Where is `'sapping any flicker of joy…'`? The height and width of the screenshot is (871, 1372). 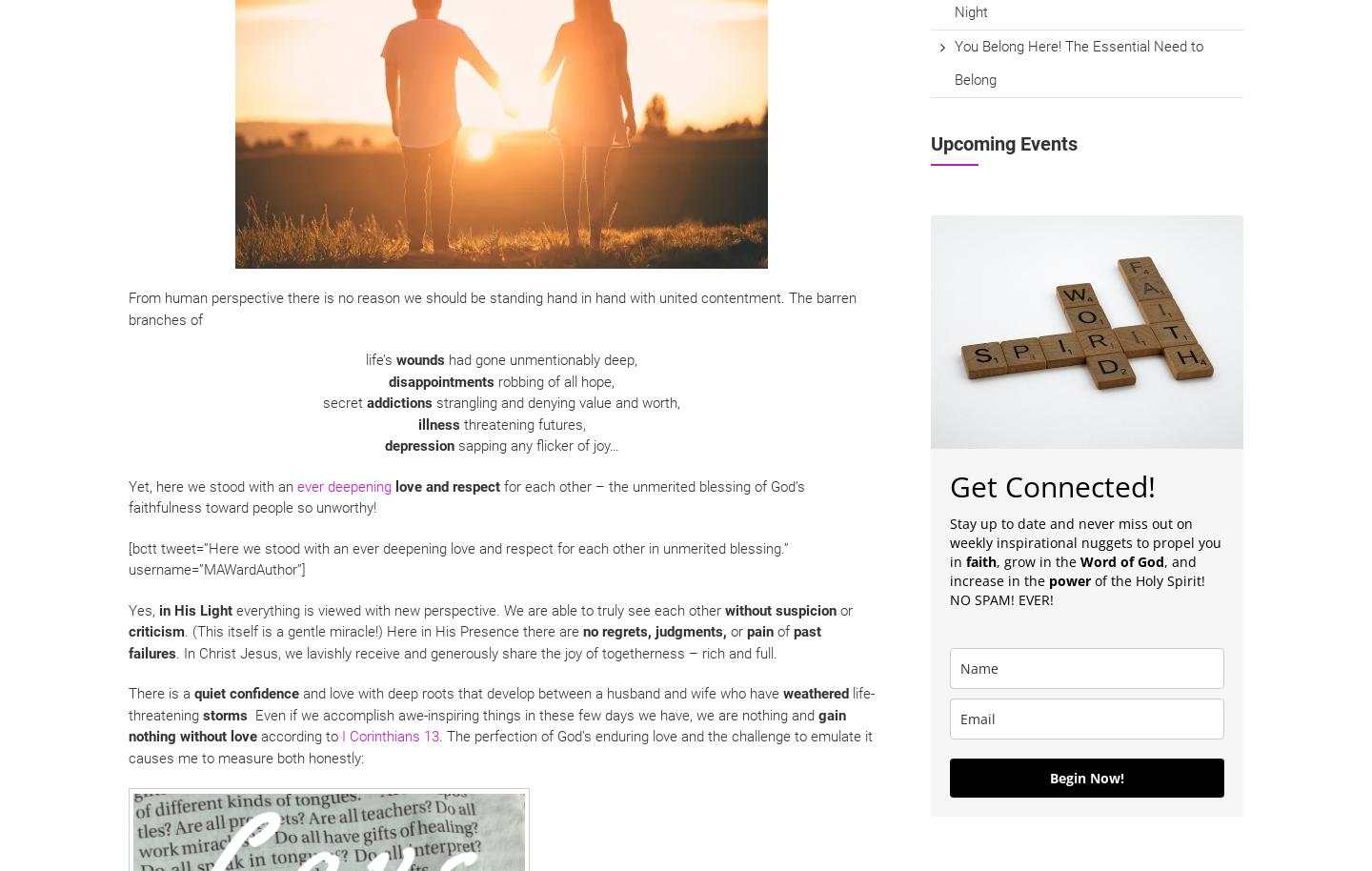
'sapping any flicker of joy…' is located at coordinates (535, 445).